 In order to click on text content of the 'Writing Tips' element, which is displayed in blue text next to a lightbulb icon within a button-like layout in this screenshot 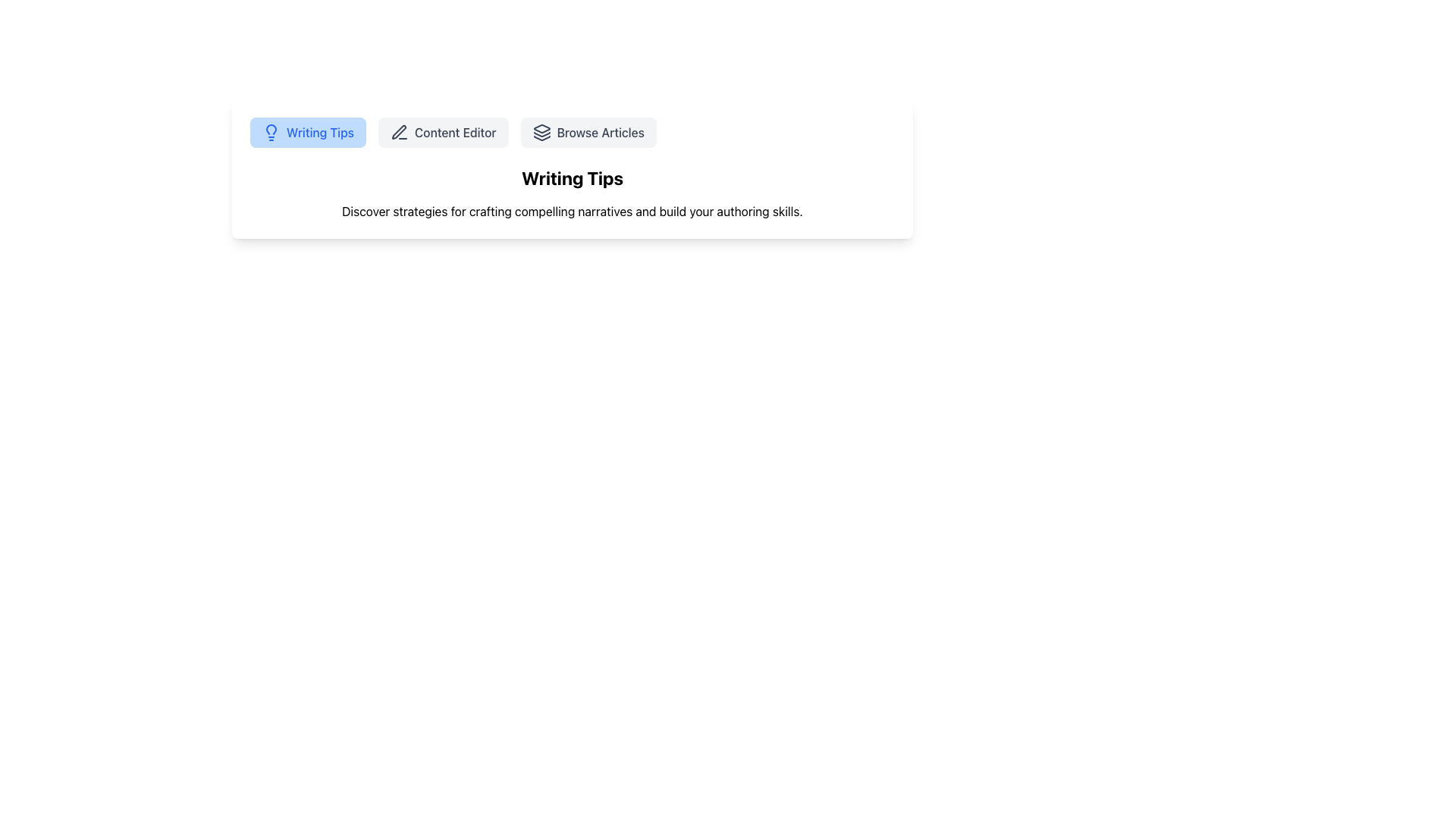, I will do `click(319, 131)`.